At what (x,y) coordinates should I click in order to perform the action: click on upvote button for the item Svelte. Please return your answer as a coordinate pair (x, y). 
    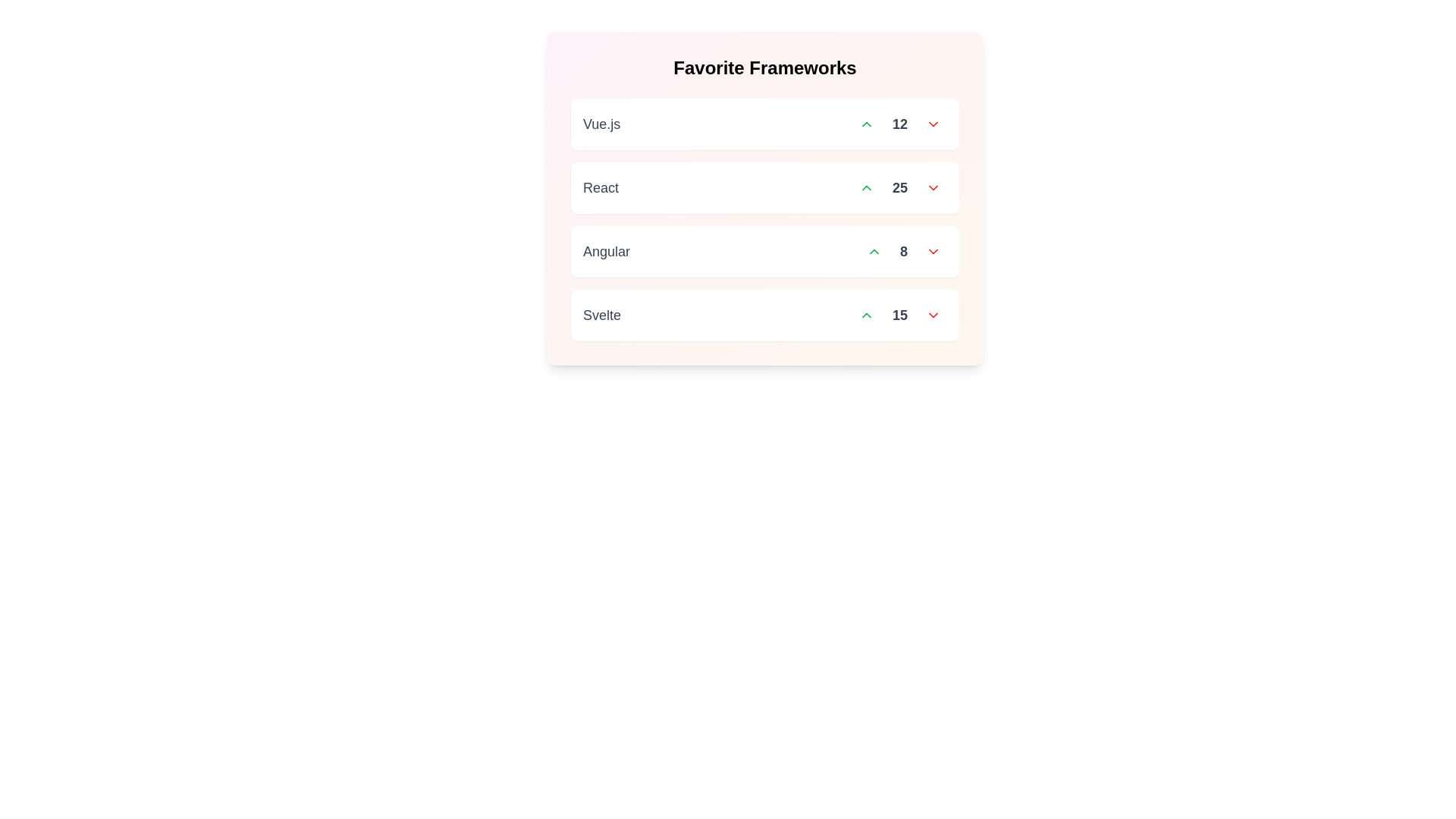
    Looking at the image, I should click on (866, 315).